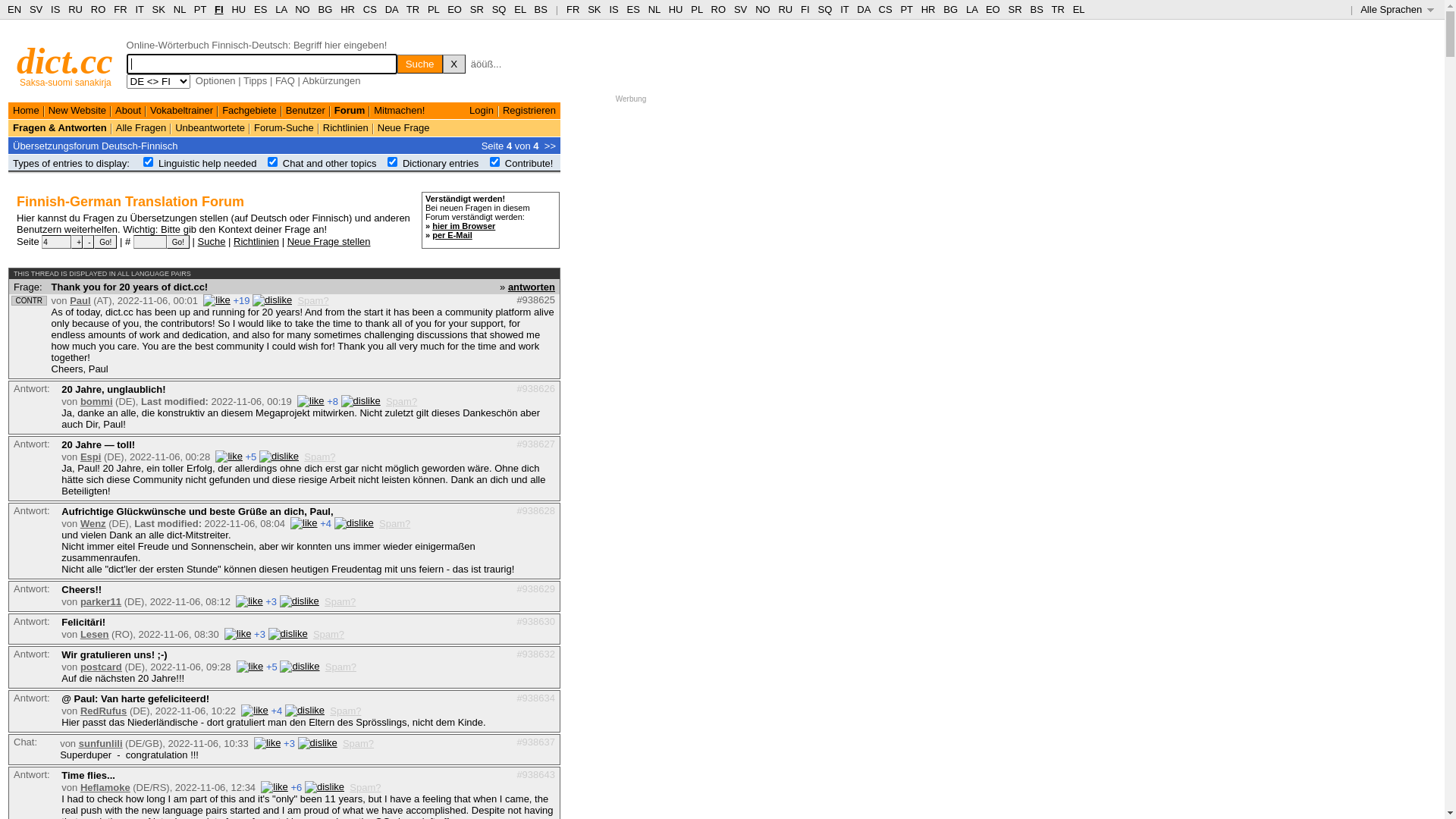 The image size is (1456, 819). What do you see at coordinates (26, 109) in the screenshot?
I see `'Home'` at bounding box center [26, 109].